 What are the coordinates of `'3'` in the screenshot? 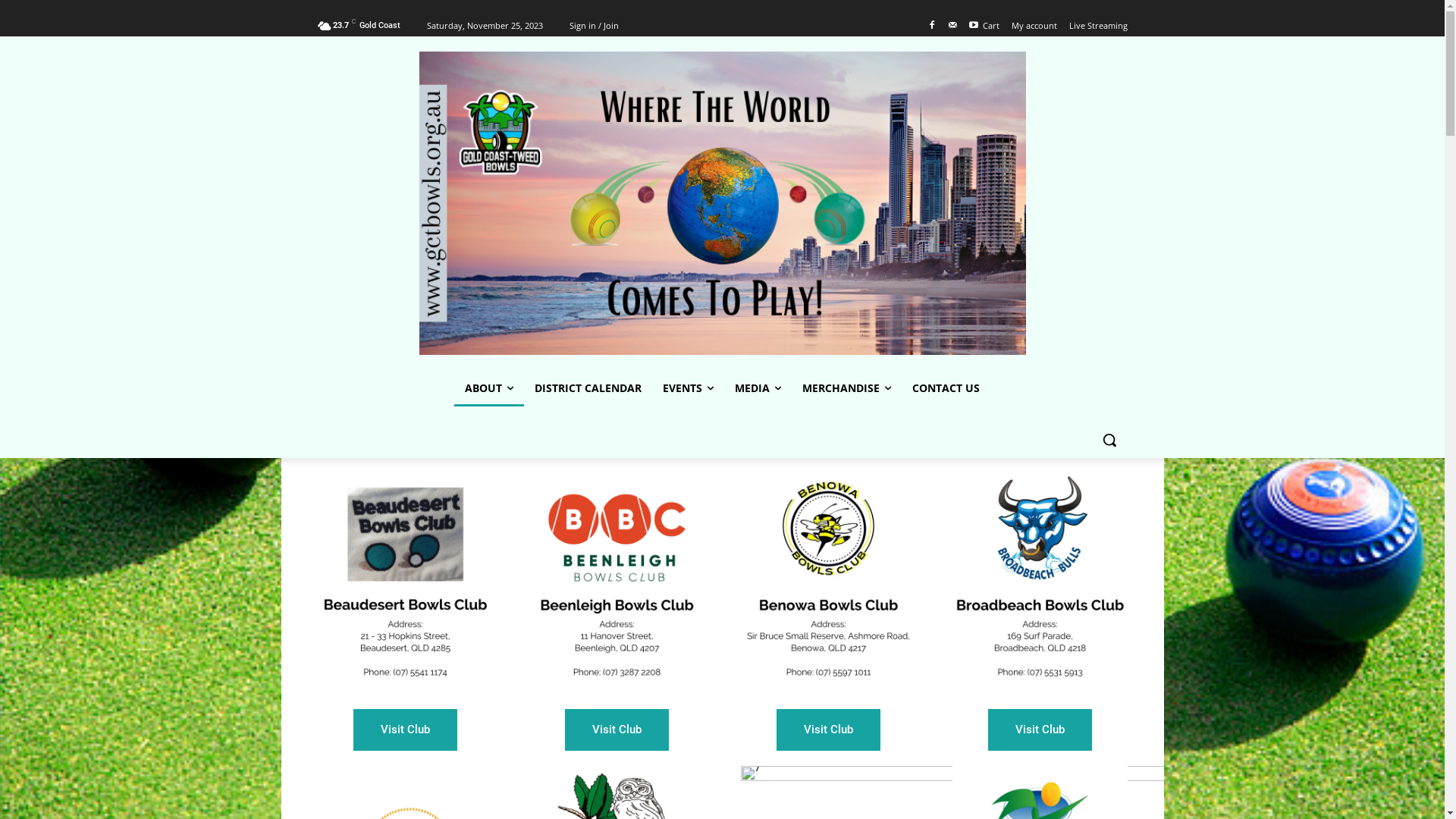 It's located at (827, 580).